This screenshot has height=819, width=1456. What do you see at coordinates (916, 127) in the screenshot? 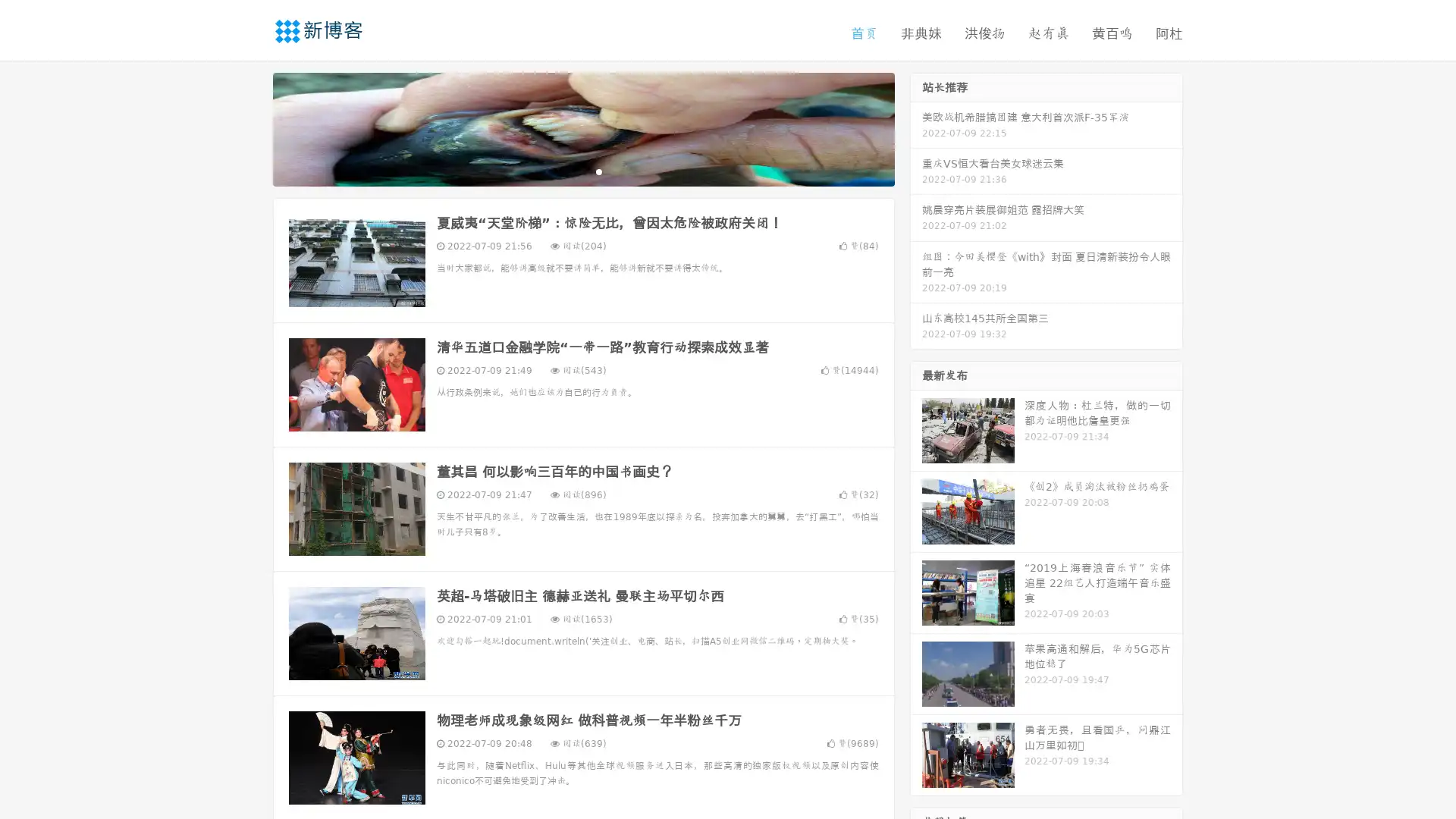
I see `Next slide` at bounding box center [916, 127].